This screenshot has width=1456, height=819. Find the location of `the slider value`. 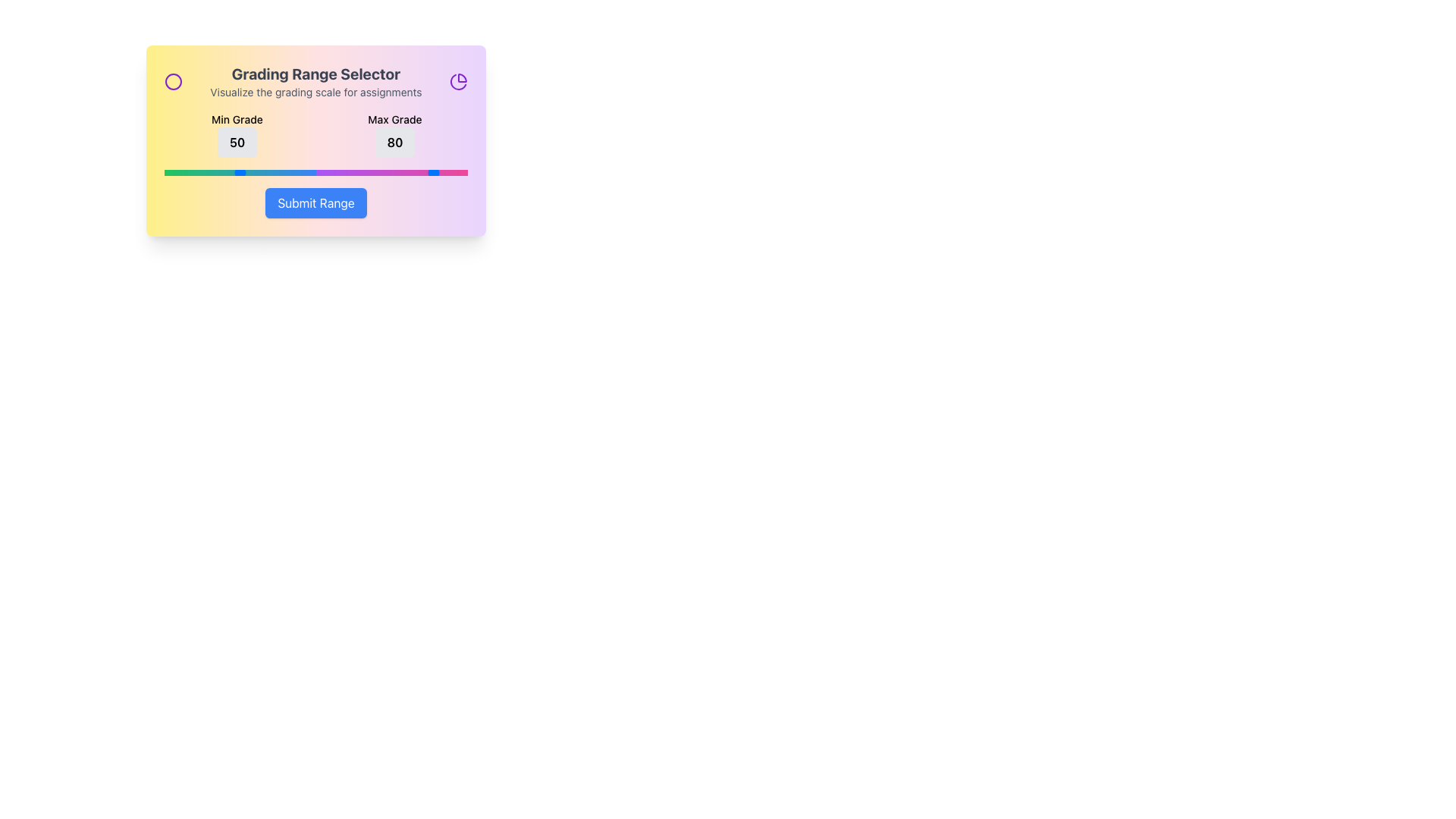

the slider value is located at coordinates (283, 171).